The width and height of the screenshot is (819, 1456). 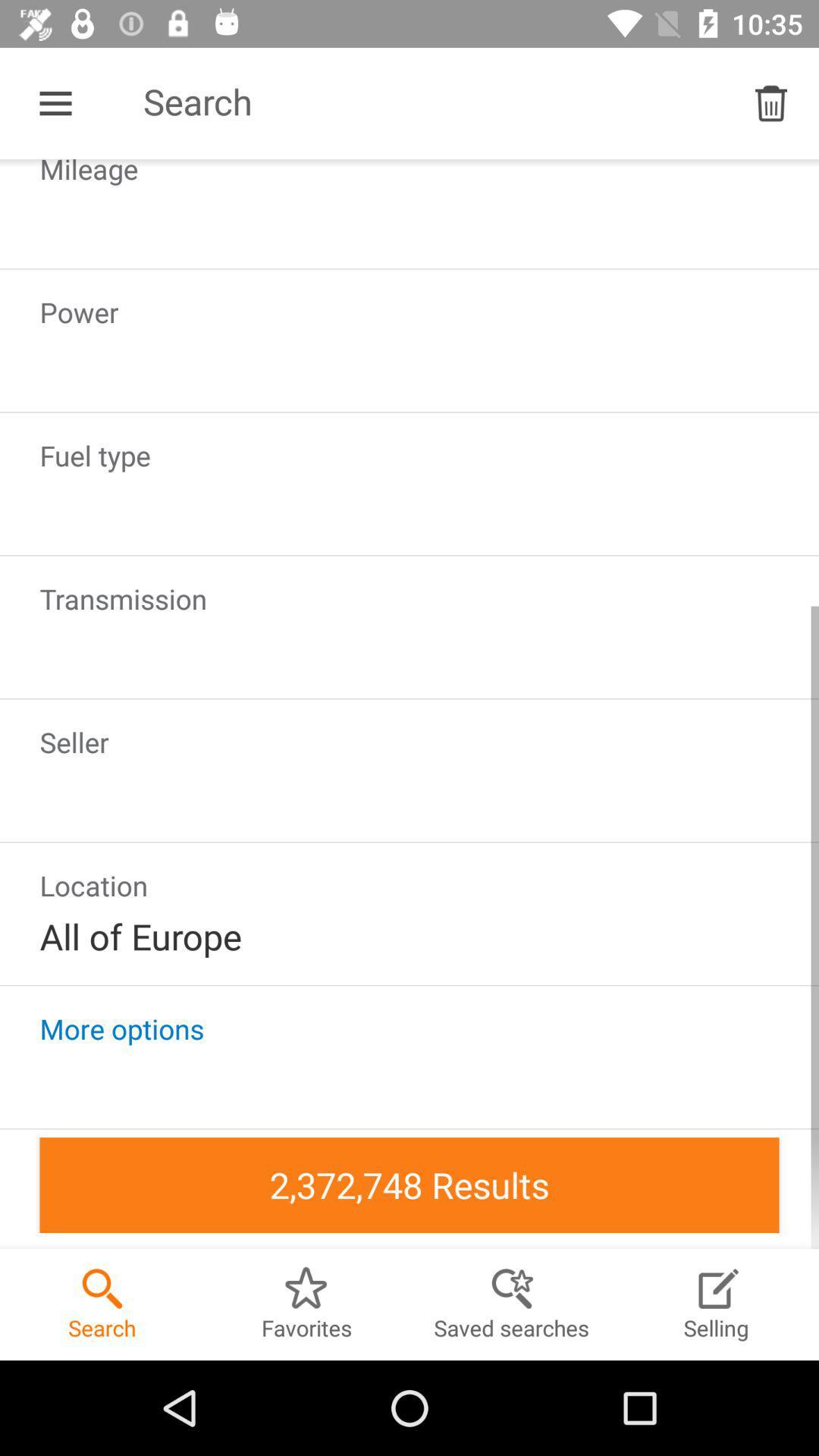 What do you see at coordinates (771, 102) in the screenshot?
I see `the icon above the mileage item` at bounding box center [771, 102].